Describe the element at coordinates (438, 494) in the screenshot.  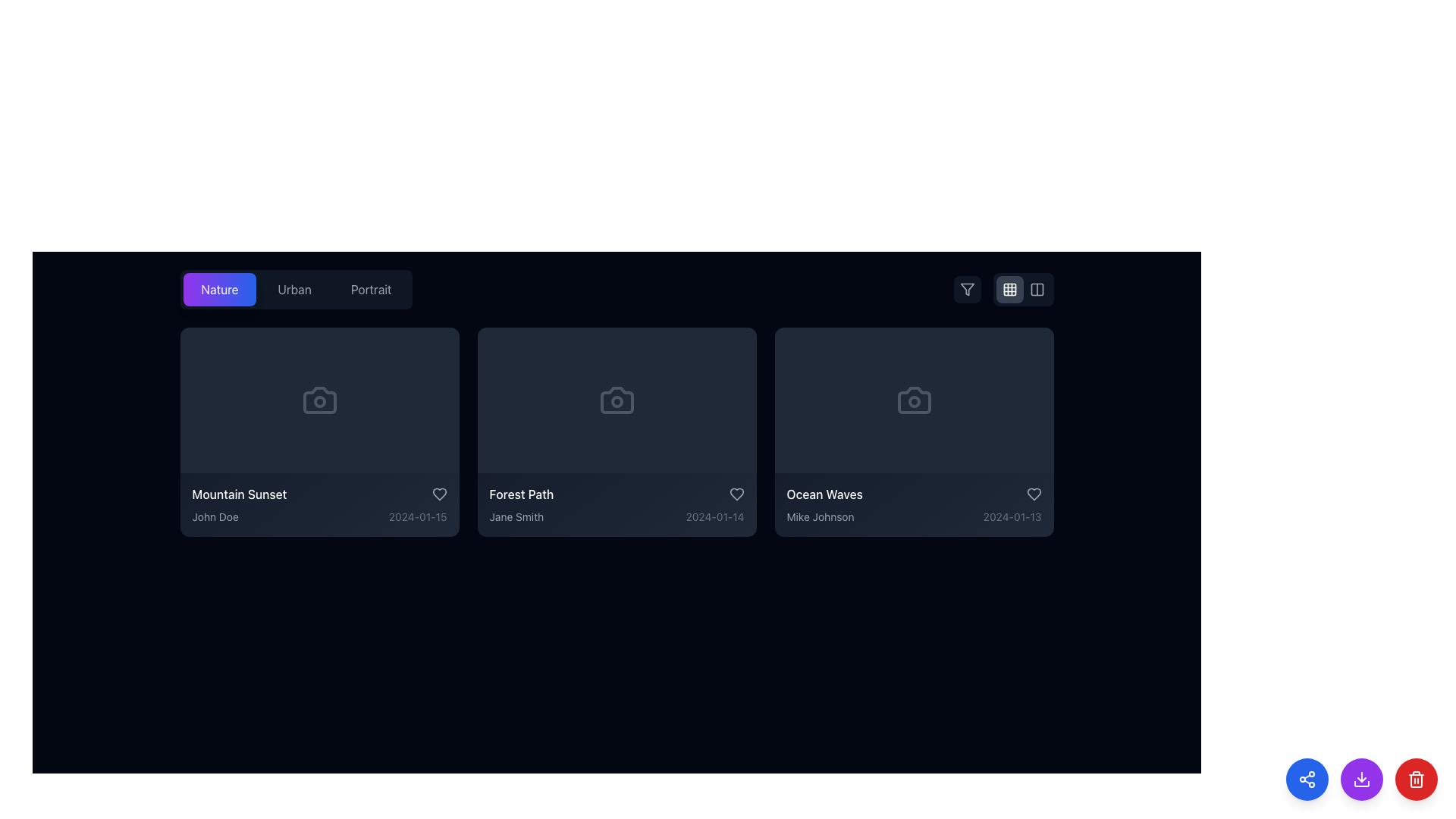
I see `the favorite button located at the bottom-right corner of the 'Mountain Sunset' card to mark it as a favorite` at that location.